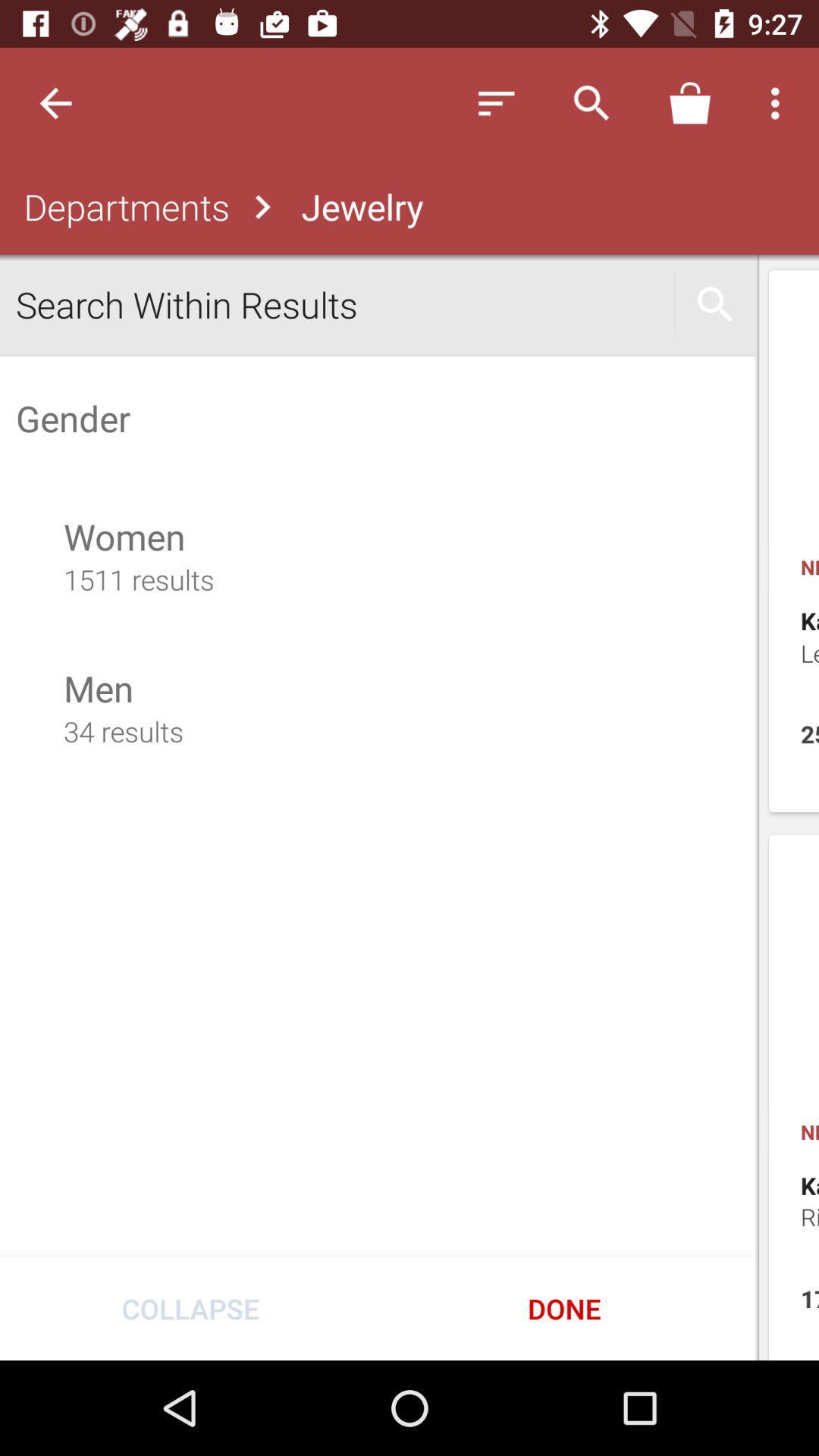  What do you see at coordinates (190, 1307) in the screenshot?
I see `item next to done icon` at bounding box center [190, 1307].